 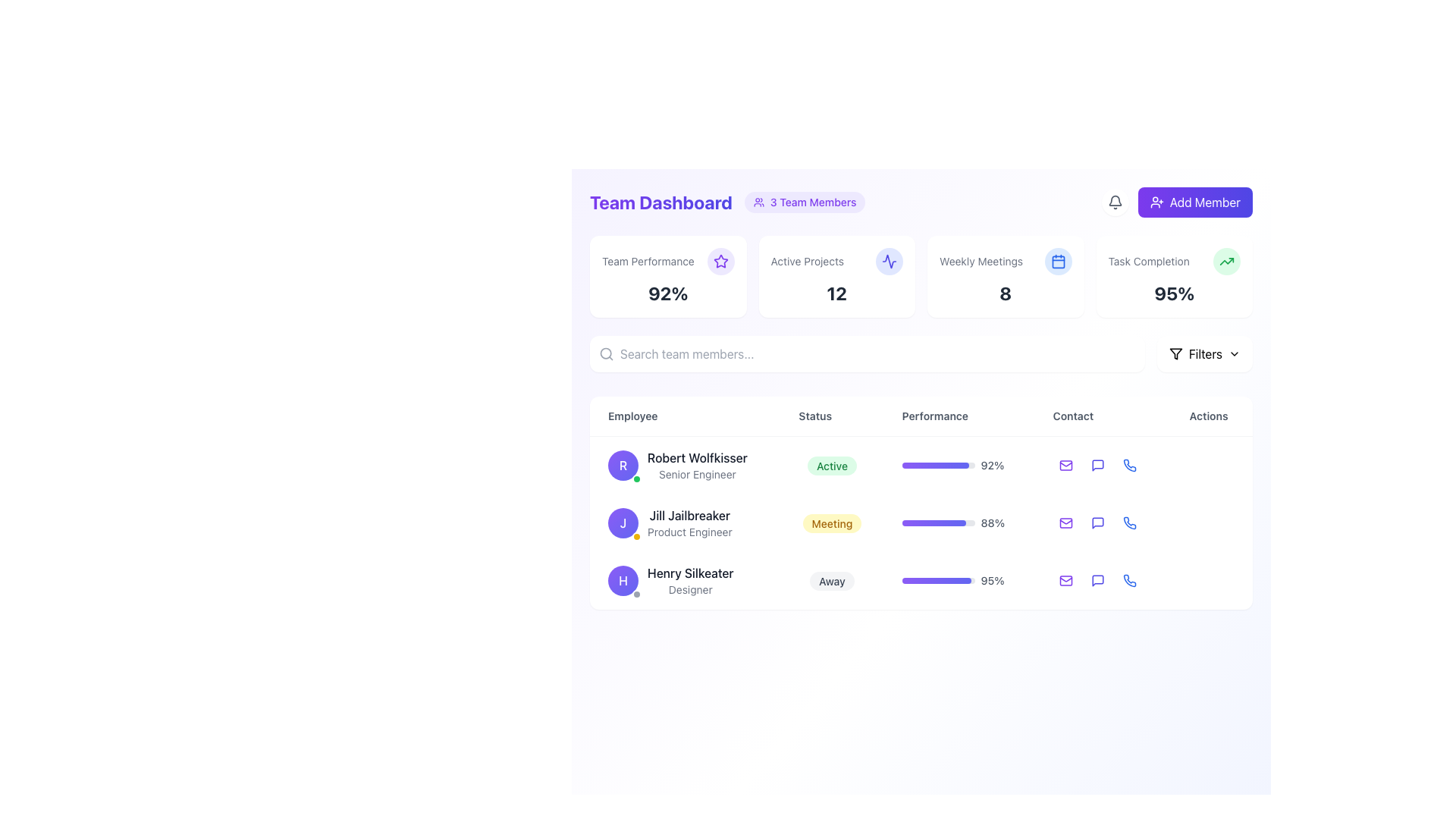 What do you see at coordinates (1097, 580) in the screenshot?
I see `the communication button in the actions column of the third row to observe the hover effect` at bounding box center [1097, 580].